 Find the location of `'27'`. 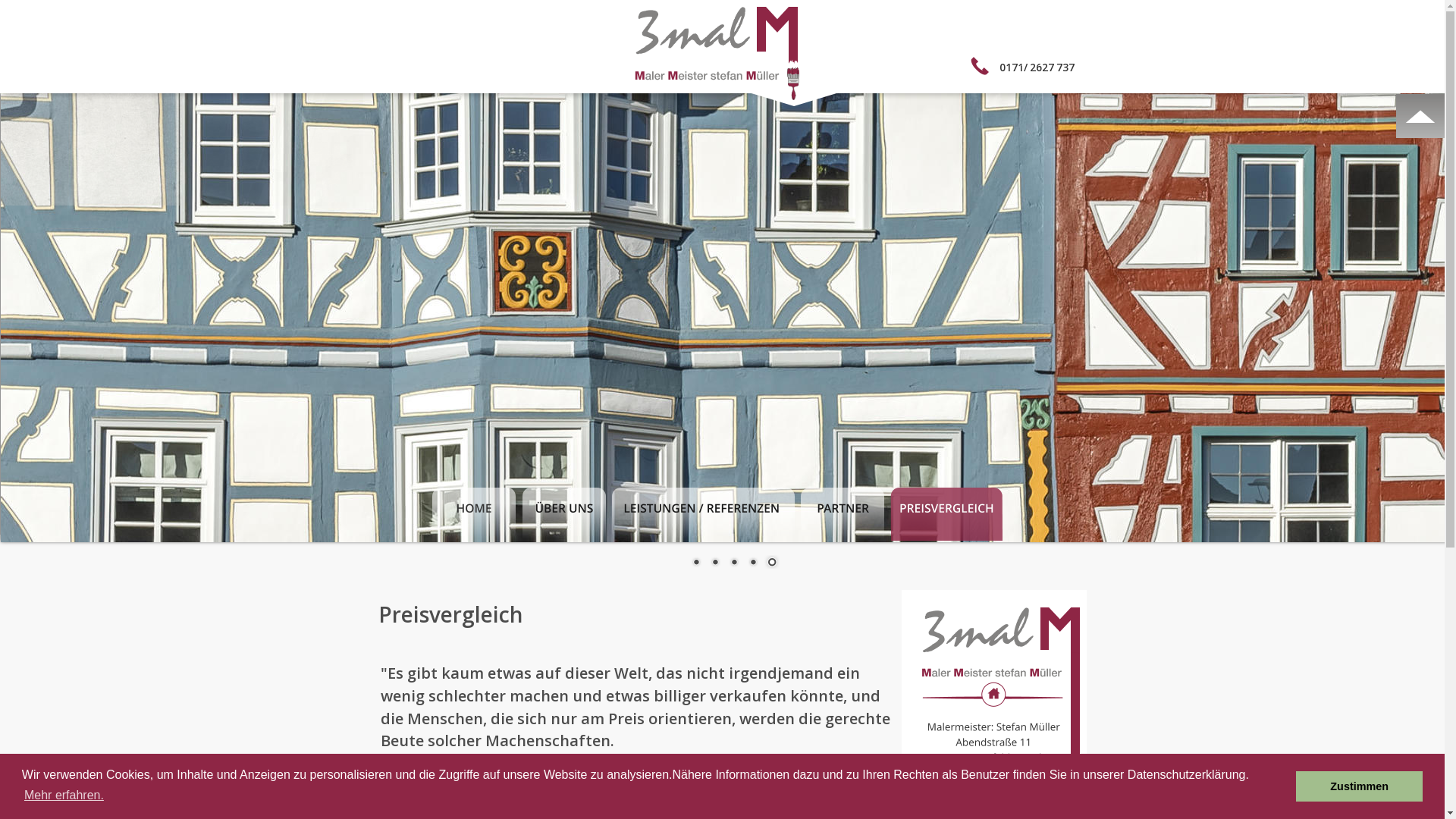

'27' is located at coordinates (1047, 66).